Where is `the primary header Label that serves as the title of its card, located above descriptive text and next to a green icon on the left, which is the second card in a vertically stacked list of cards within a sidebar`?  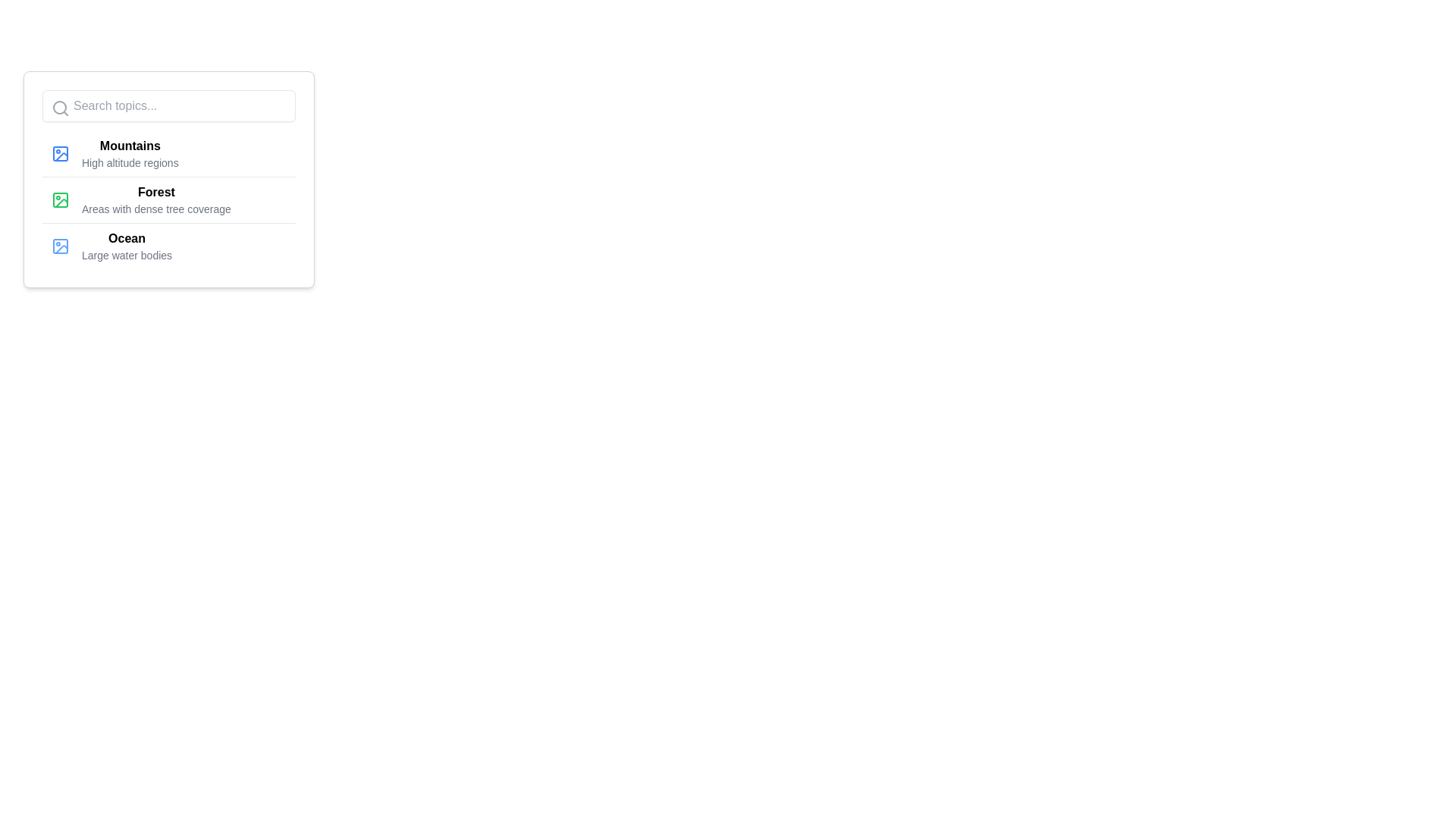
the primary header Label that serves as the title of its card, located above descriptive text and next to a green icon on the left, which is the second card in a vertically stacked list of cards within a sidebar is located at coordinates (156, 192).